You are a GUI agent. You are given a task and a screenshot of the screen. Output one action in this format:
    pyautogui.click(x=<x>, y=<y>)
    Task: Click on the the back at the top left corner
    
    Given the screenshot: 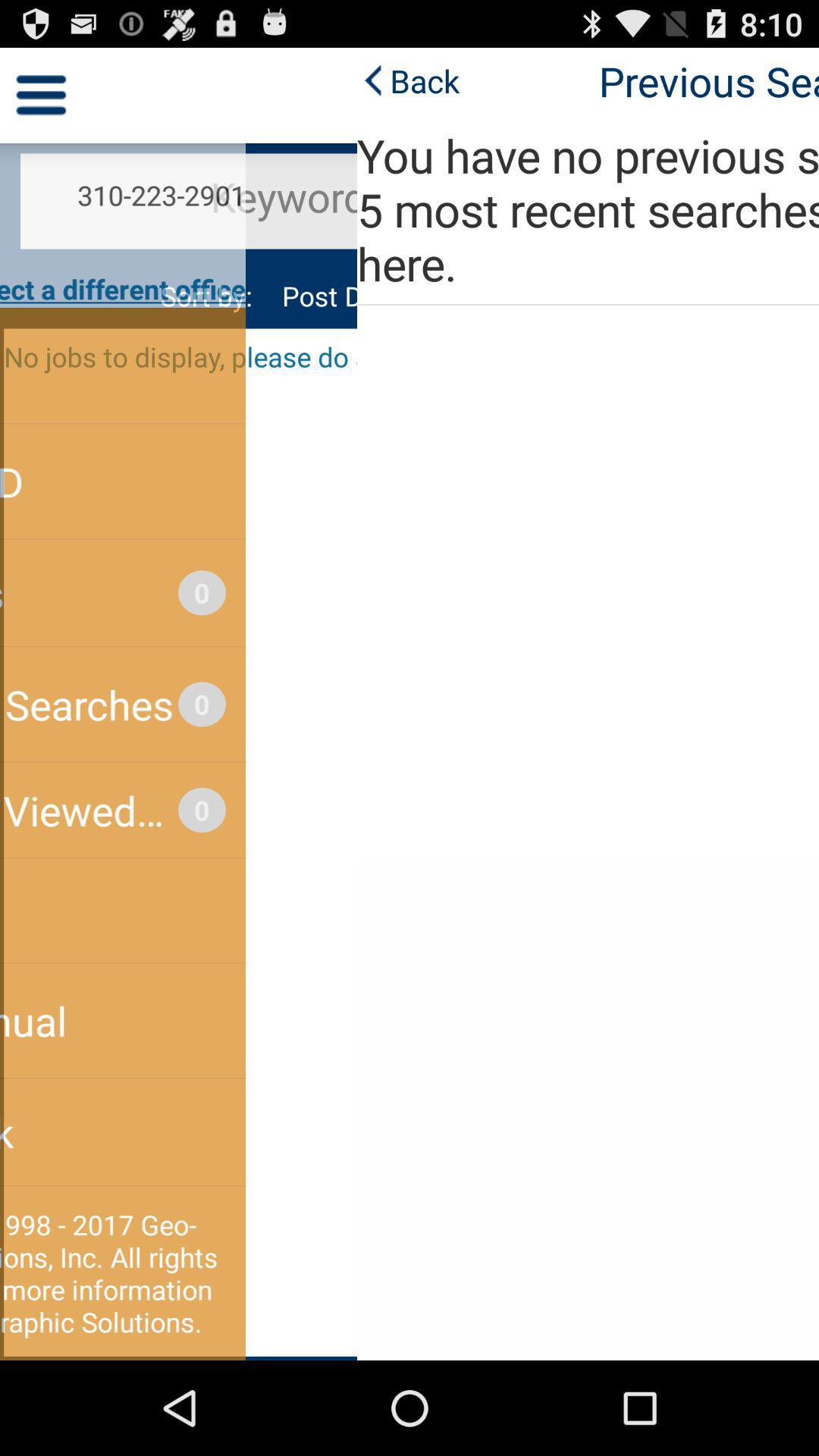 What is the action you would take?
    pyautogui.click(x=50, y=80)
    